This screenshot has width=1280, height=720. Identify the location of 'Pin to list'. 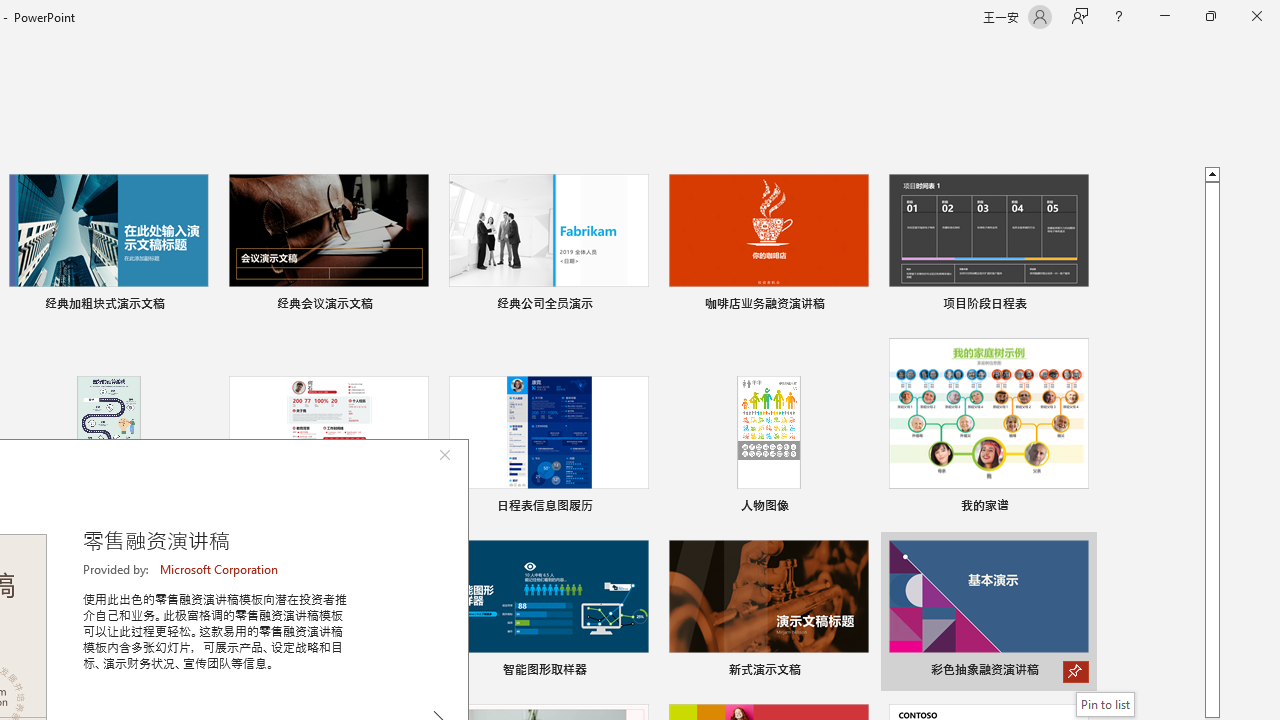
(1074, 672).